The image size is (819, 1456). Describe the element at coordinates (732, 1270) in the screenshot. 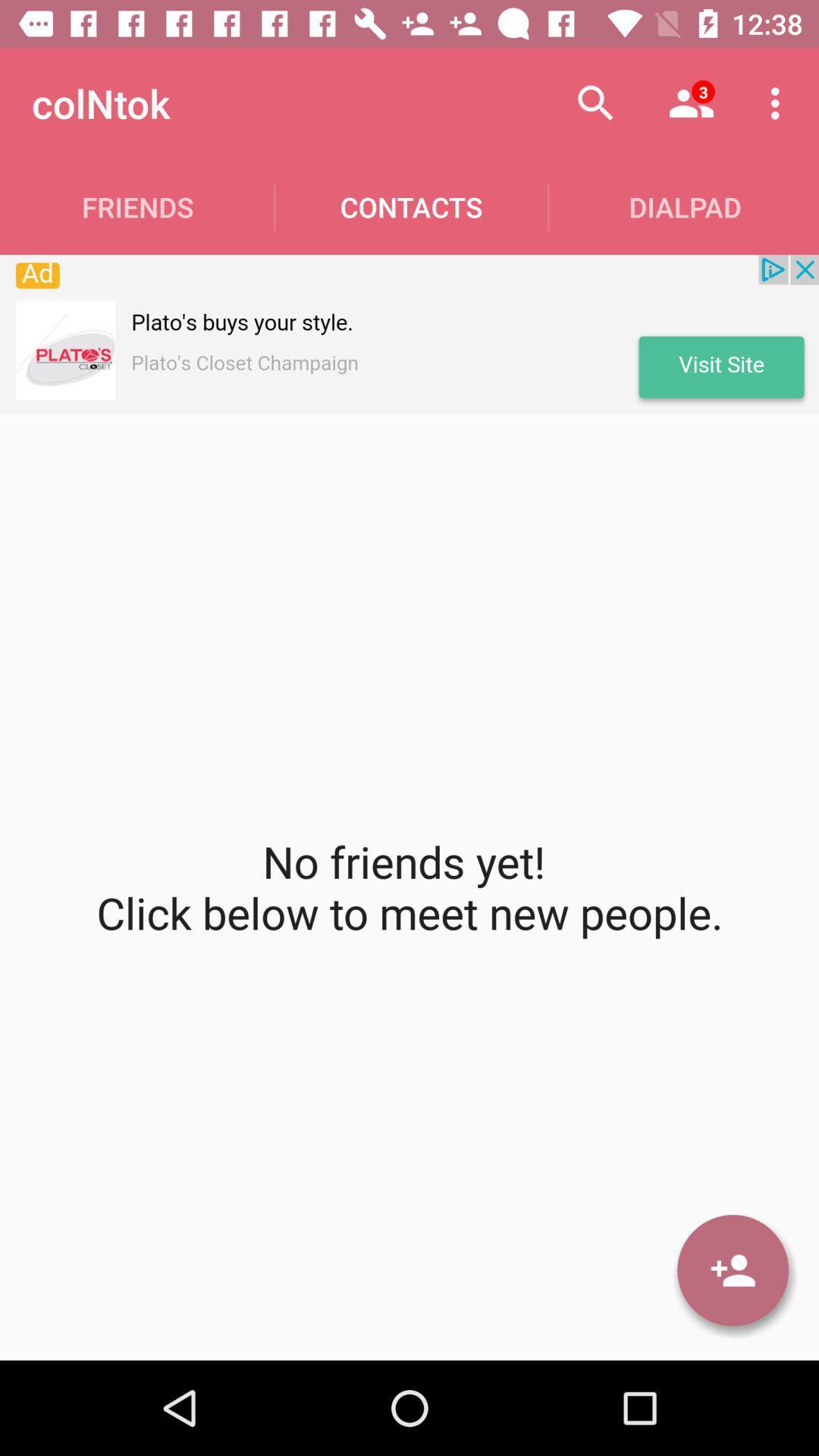

I see `the follow icon` at that location.